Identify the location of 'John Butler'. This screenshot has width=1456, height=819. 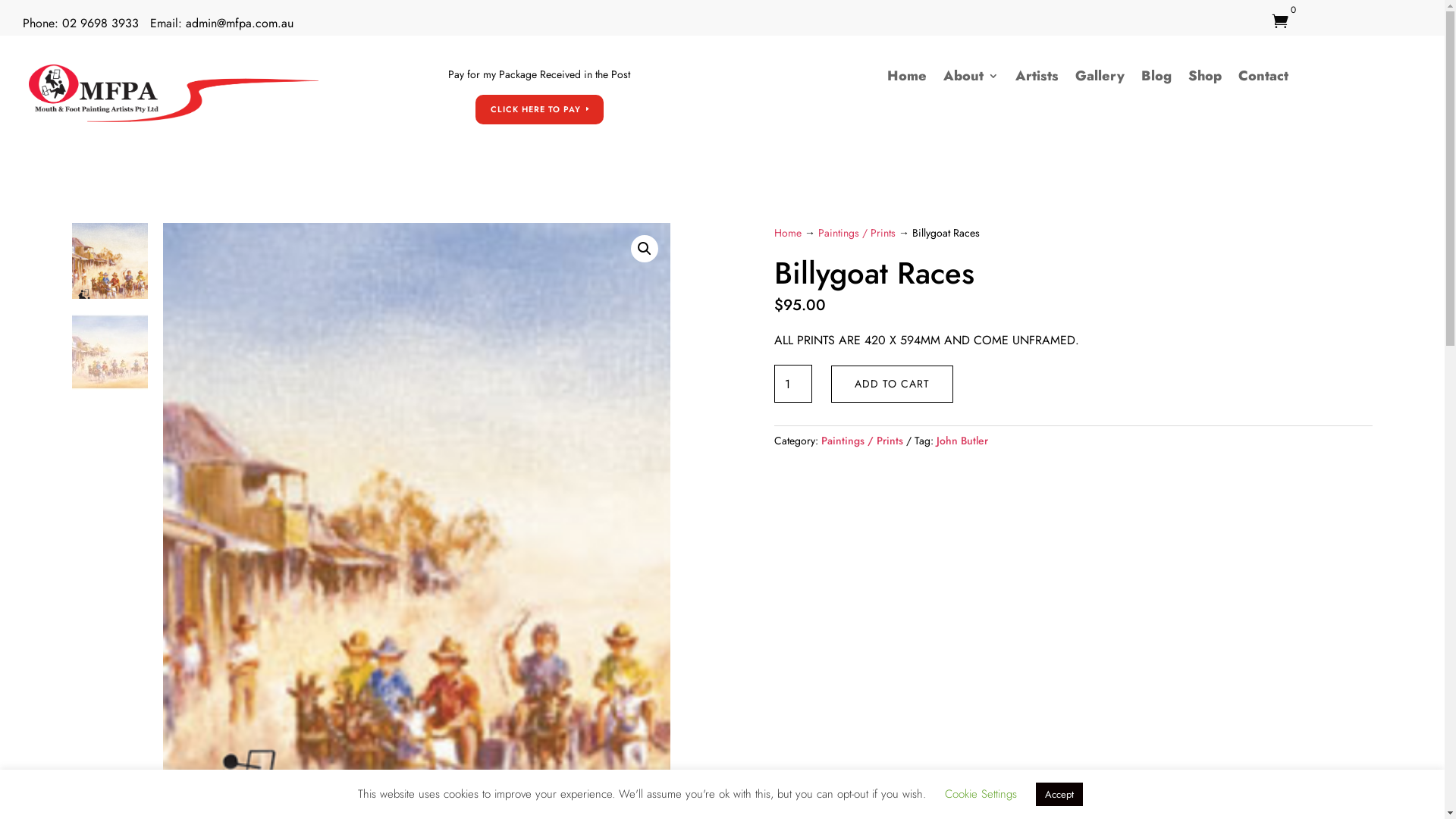
(961, 441).